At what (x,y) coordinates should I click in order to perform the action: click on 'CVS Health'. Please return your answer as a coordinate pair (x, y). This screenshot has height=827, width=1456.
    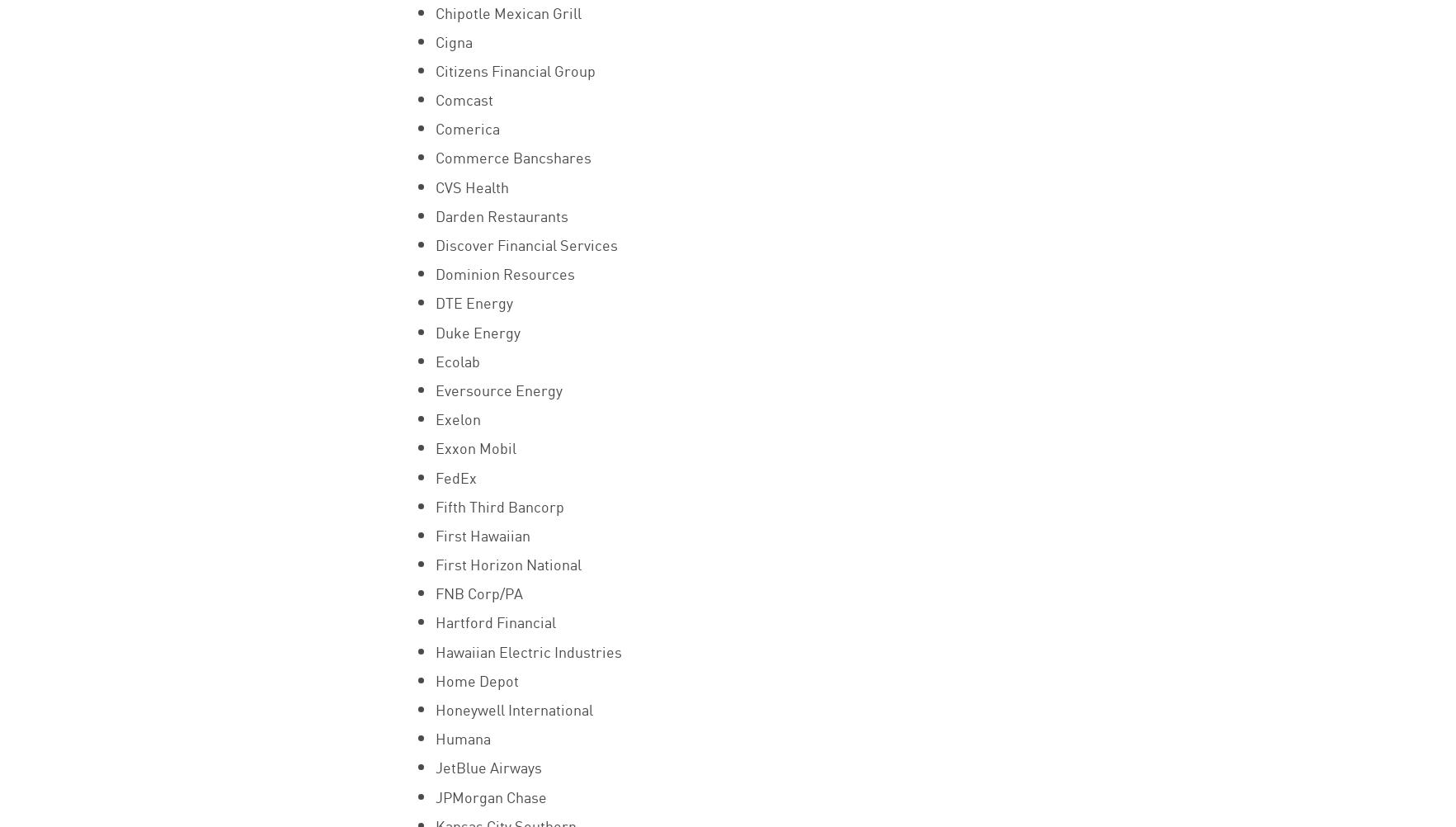
    Looking at the image, I should click on (434, 186).